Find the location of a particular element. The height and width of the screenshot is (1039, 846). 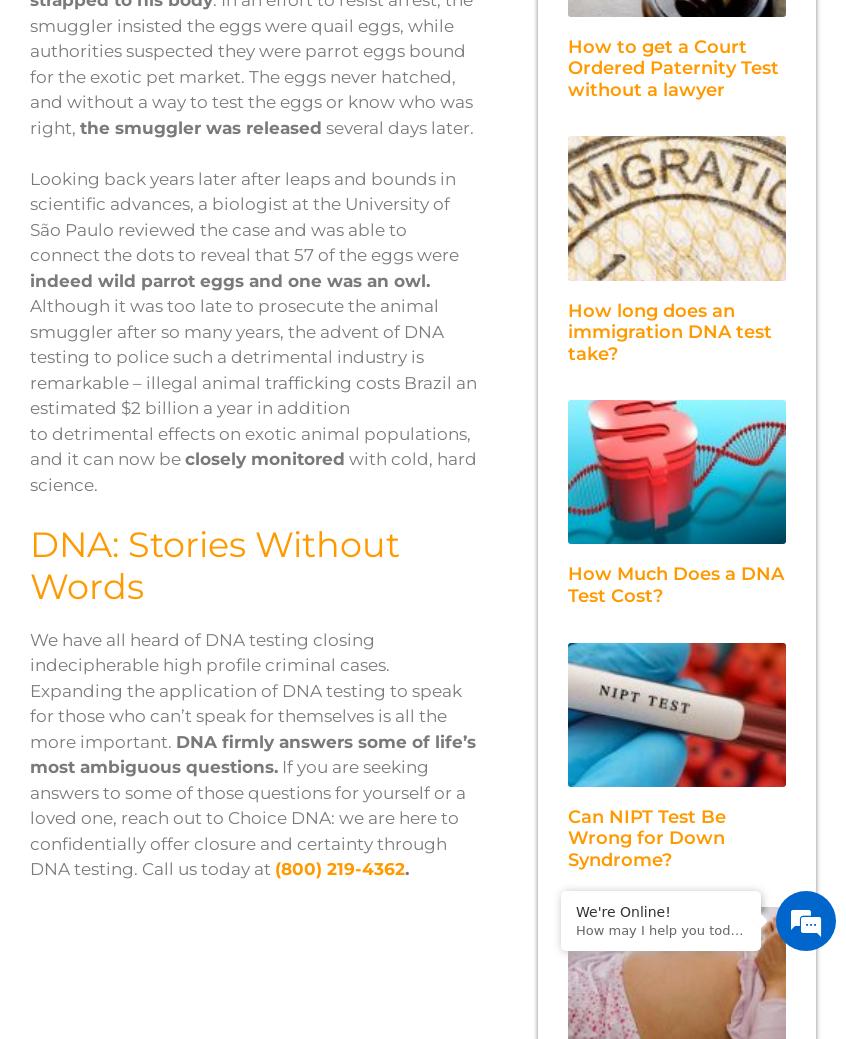

'How may I help you today?' is located at coordinates (575, 930).